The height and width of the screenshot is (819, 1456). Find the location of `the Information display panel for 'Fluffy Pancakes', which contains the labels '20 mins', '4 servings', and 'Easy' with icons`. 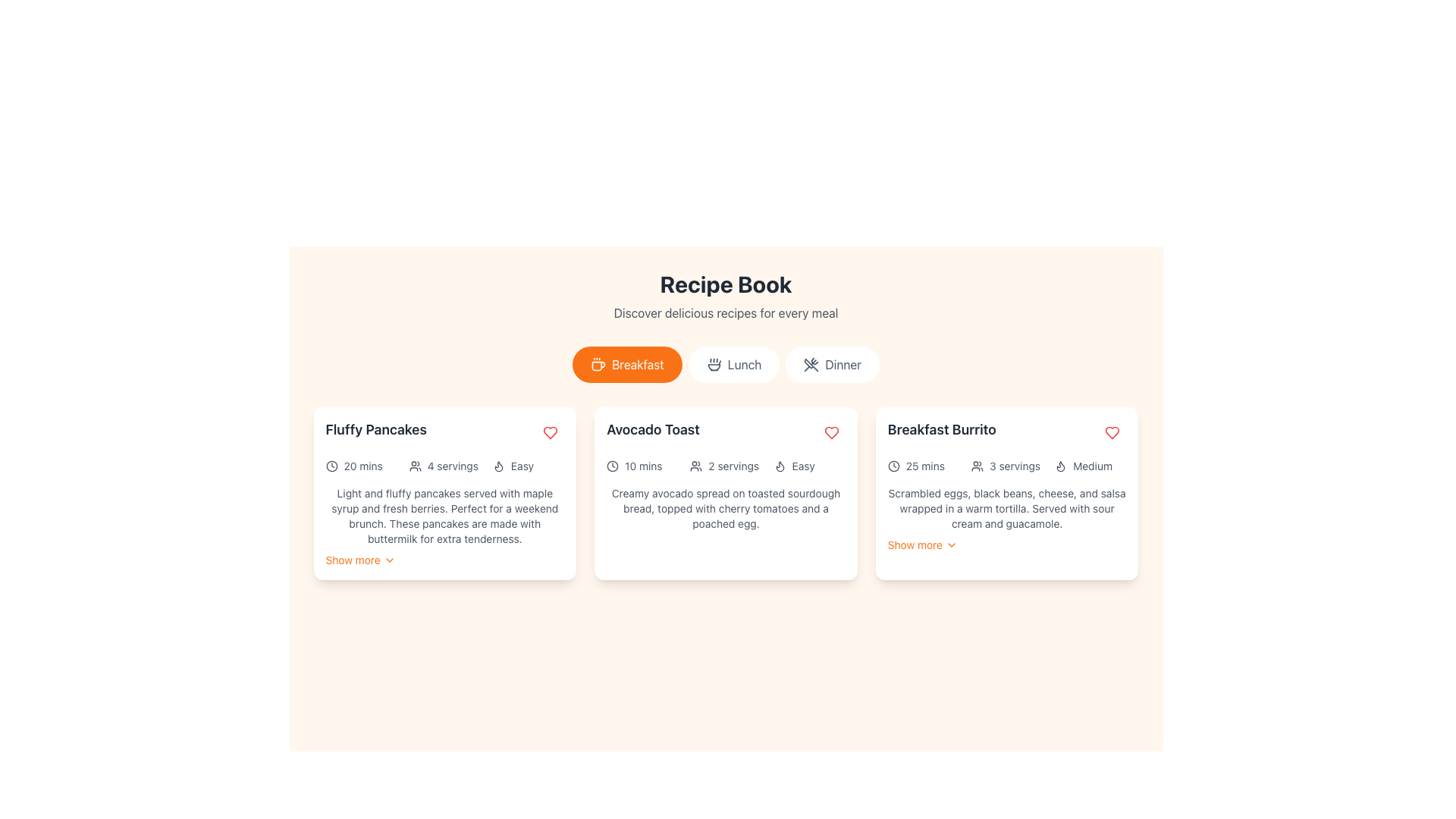

the Information display panel for 'Fluffy Pancakes', which contains the labels '20 mins', '4 servings', and 'Easy' with icons is located at coordinates (444, 465).